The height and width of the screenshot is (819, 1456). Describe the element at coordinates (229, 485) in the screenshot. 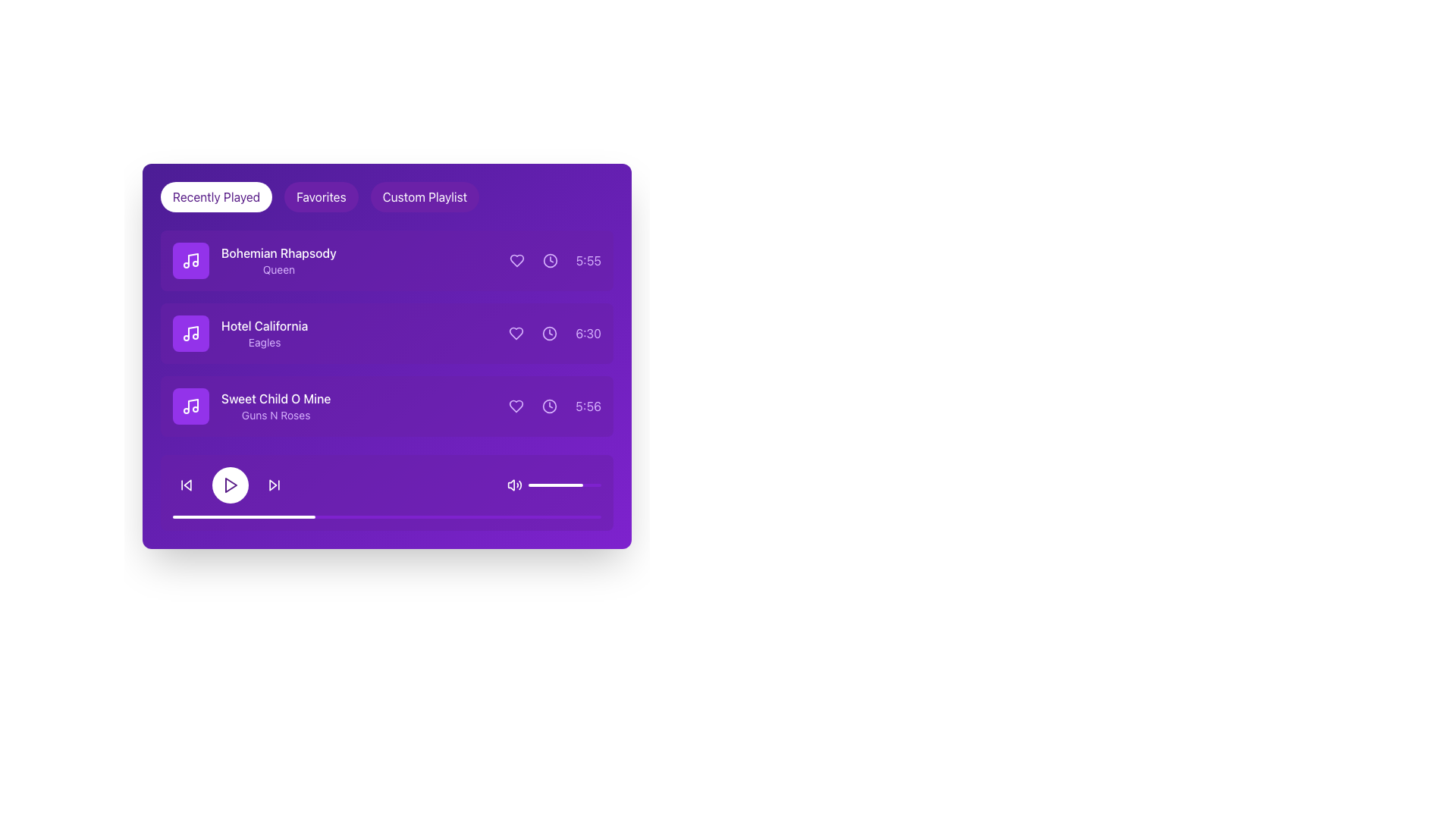

I see `the circular button with a white background and a purple triangular play icon to observe its hover effects` at that location.